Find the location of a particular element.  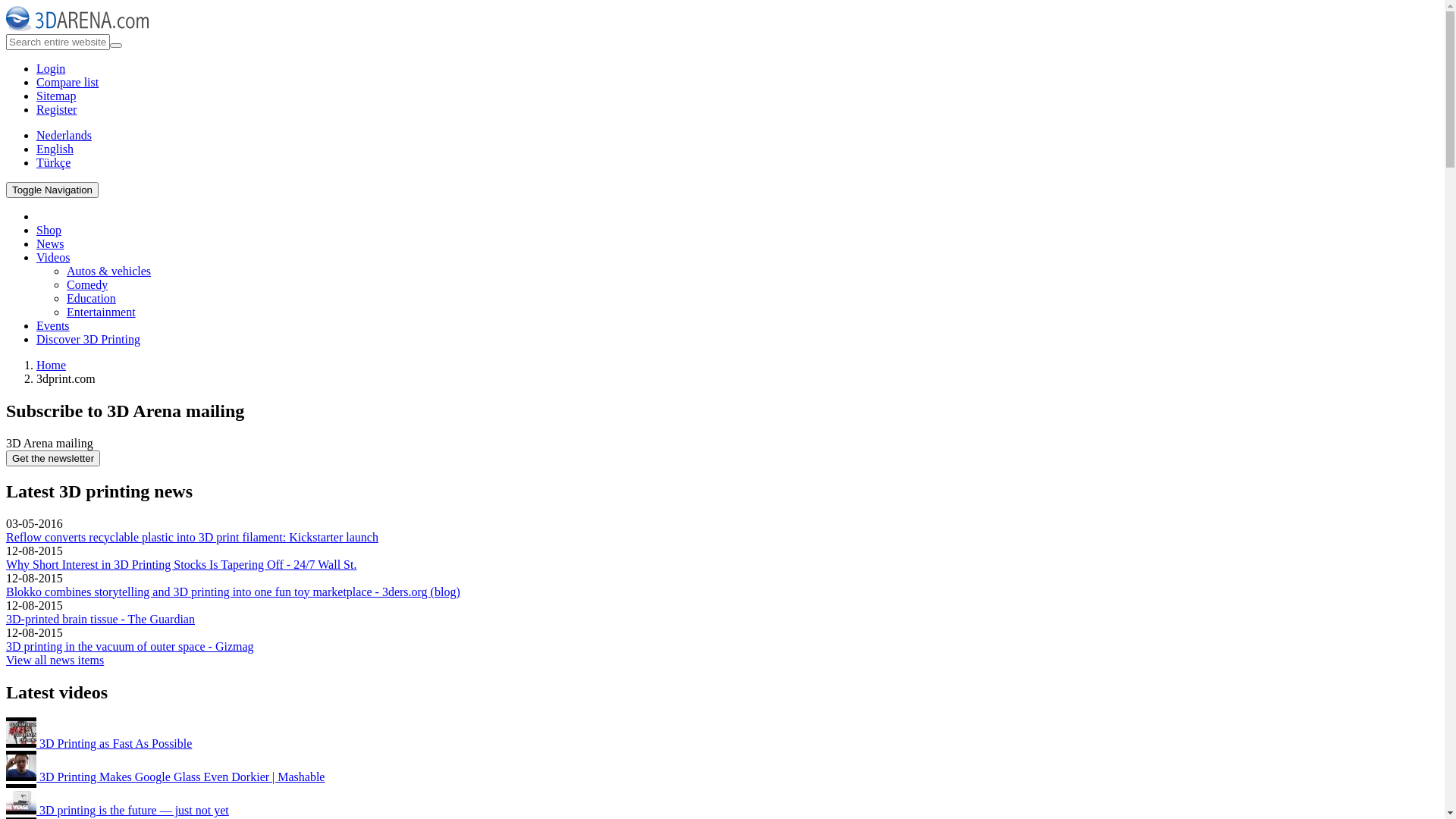

'News' is located at coordinates (50, 243).